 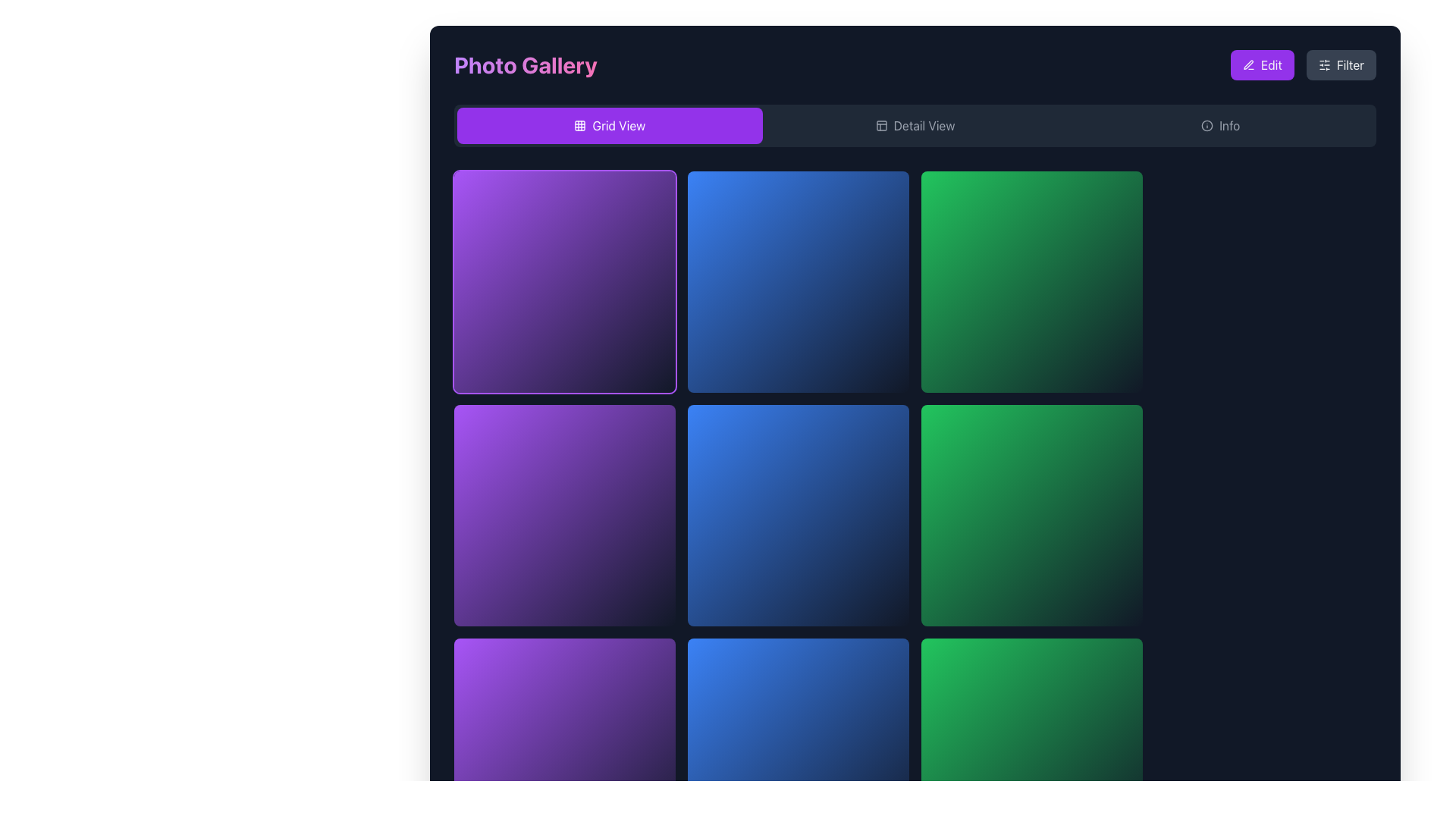 I want to click on the purple 'Edit' button with a pen icon located at the top right of the interface, so click(x=1248, y=64).